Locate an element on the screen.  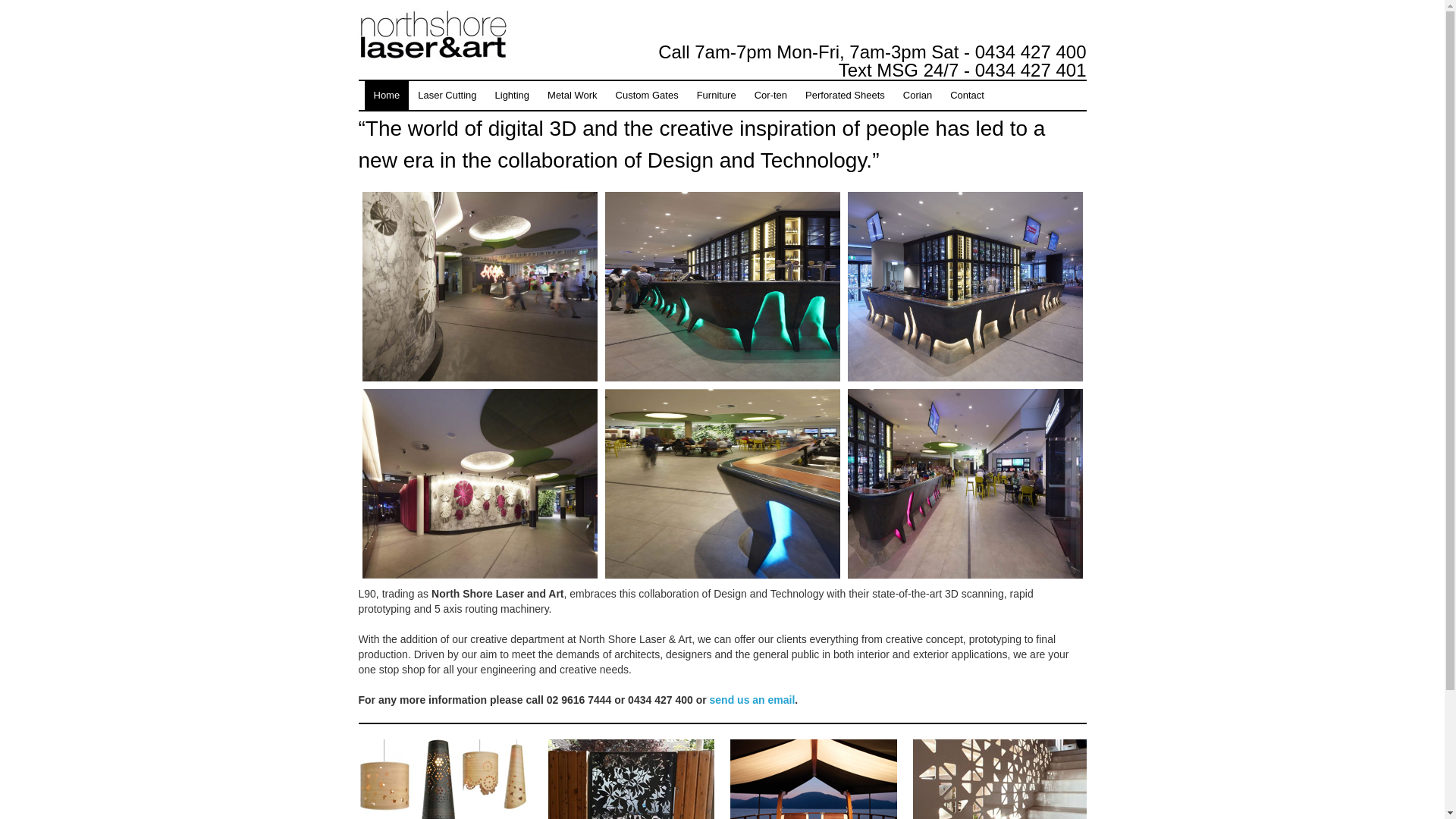
'Furniture' is located at coordinates (716, 96).